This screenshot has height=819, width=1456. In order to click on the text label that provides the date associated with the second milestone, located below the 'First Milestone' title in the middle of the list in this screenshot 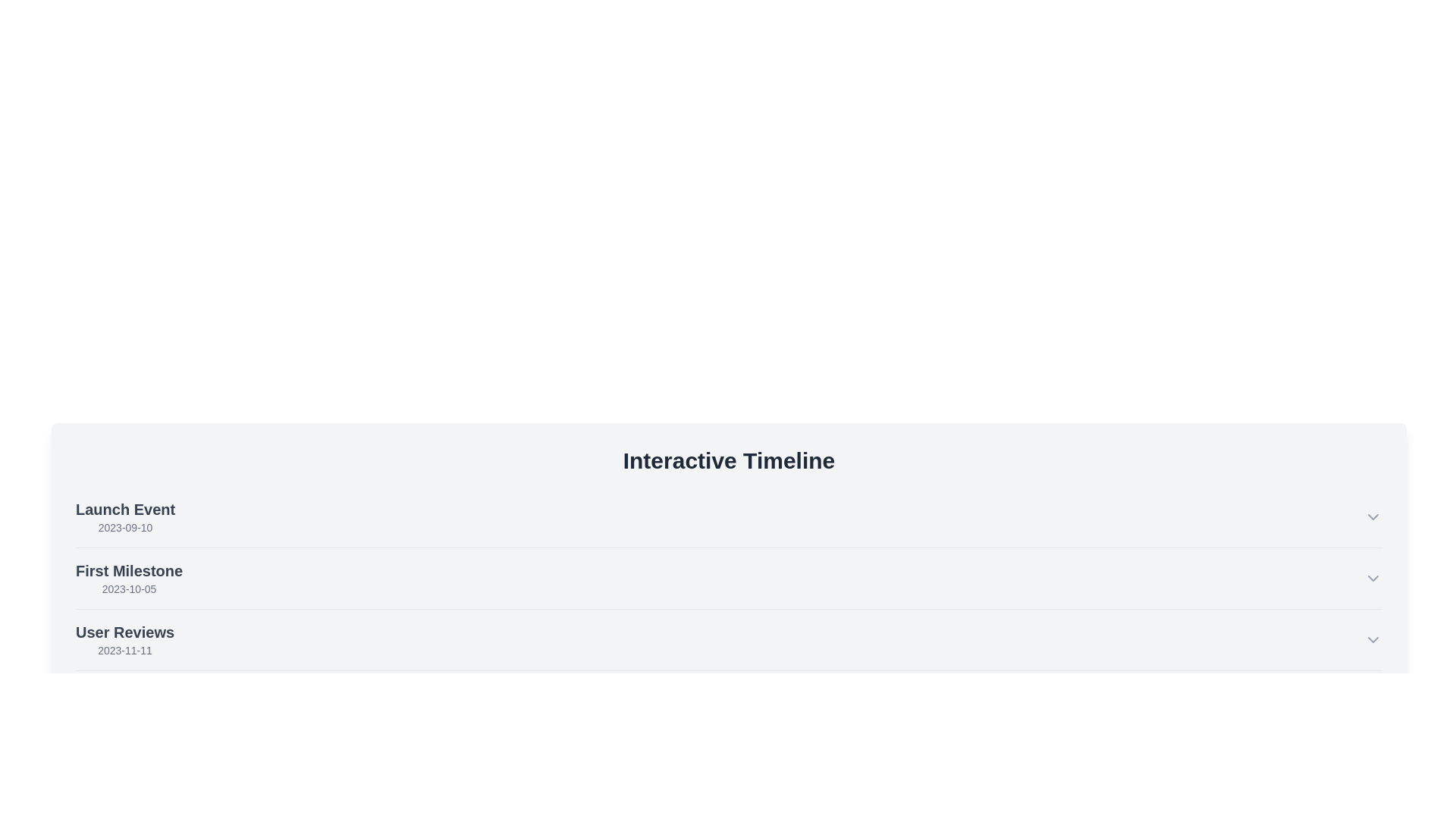, I will do `click(129, 588)`.